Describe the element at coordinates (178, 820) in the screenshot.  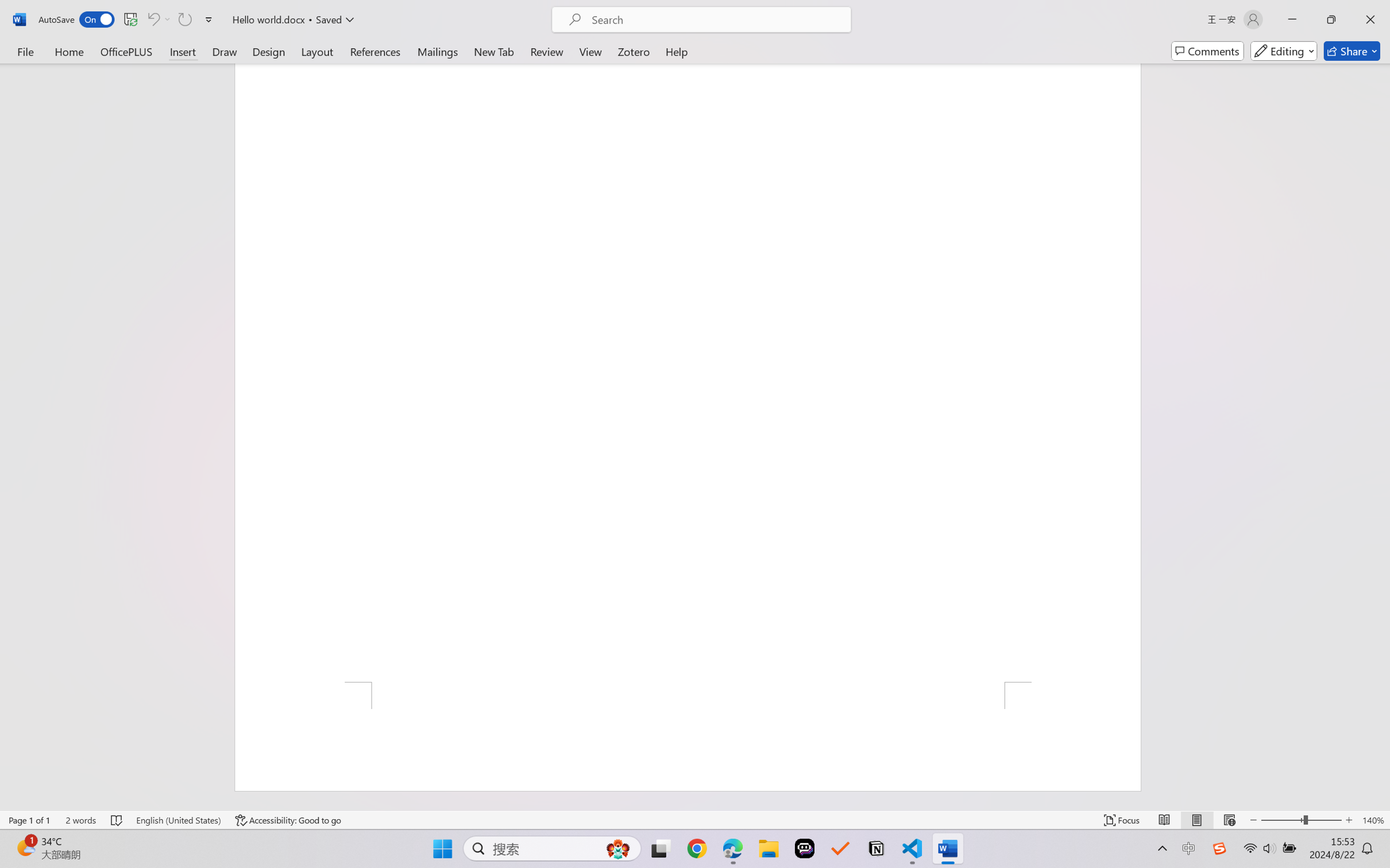
I see `'Language English (United States)'` at that location.